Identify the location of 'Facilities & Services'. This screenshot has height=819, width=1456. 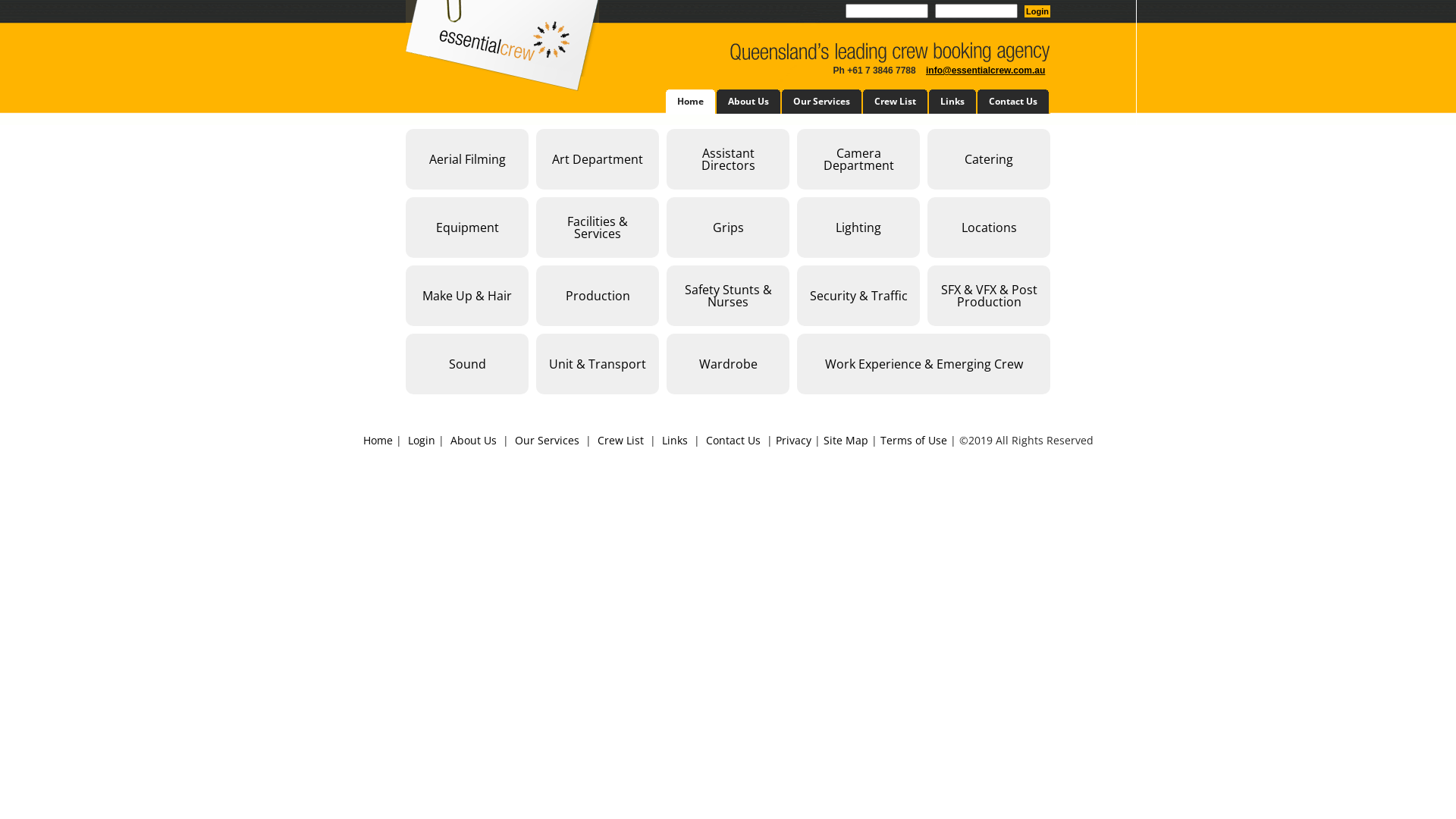
(535, 227).